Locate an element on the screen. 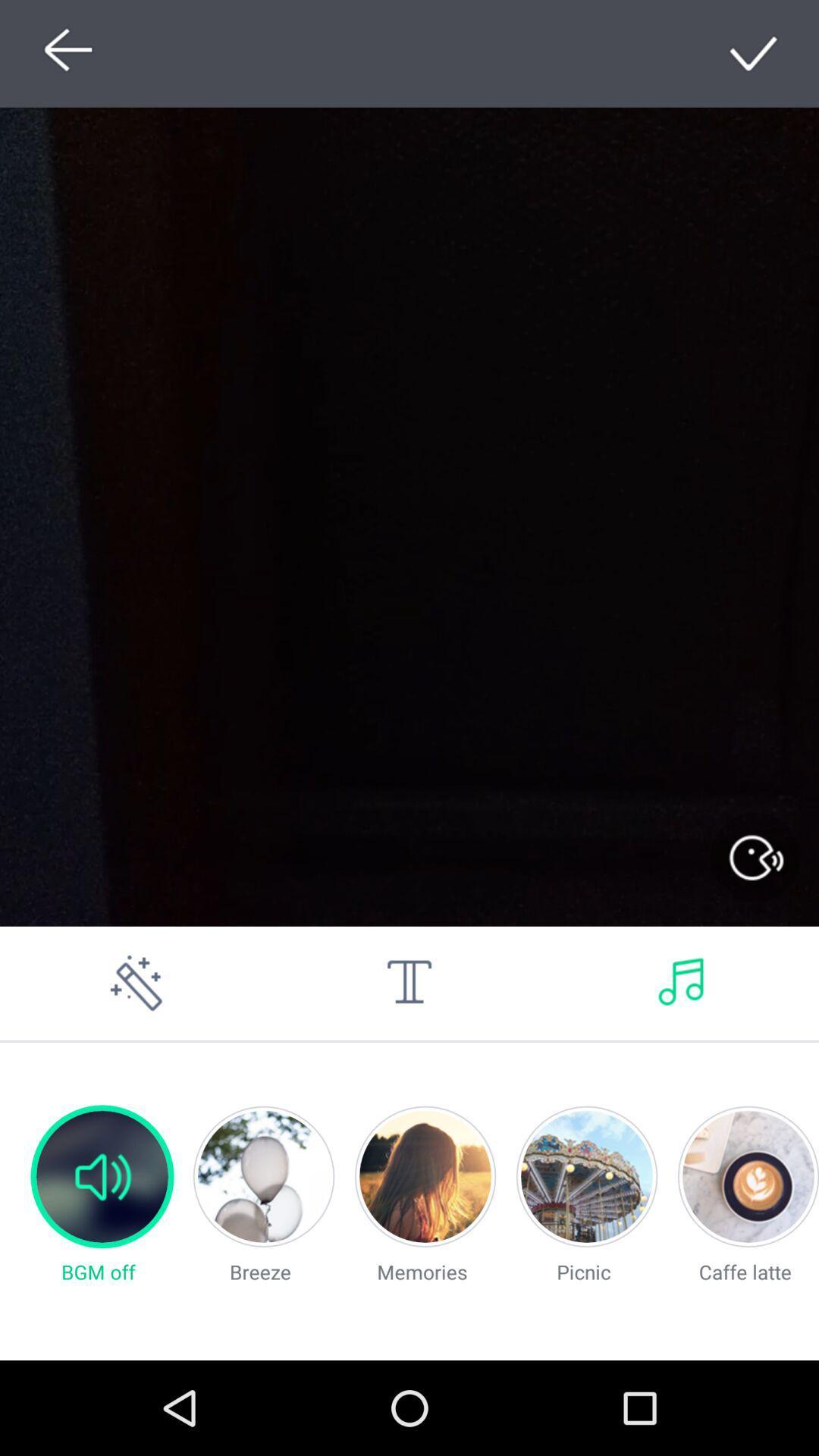 This screenshot has height=1456, width=819. save is located at coordinates (755, 53).